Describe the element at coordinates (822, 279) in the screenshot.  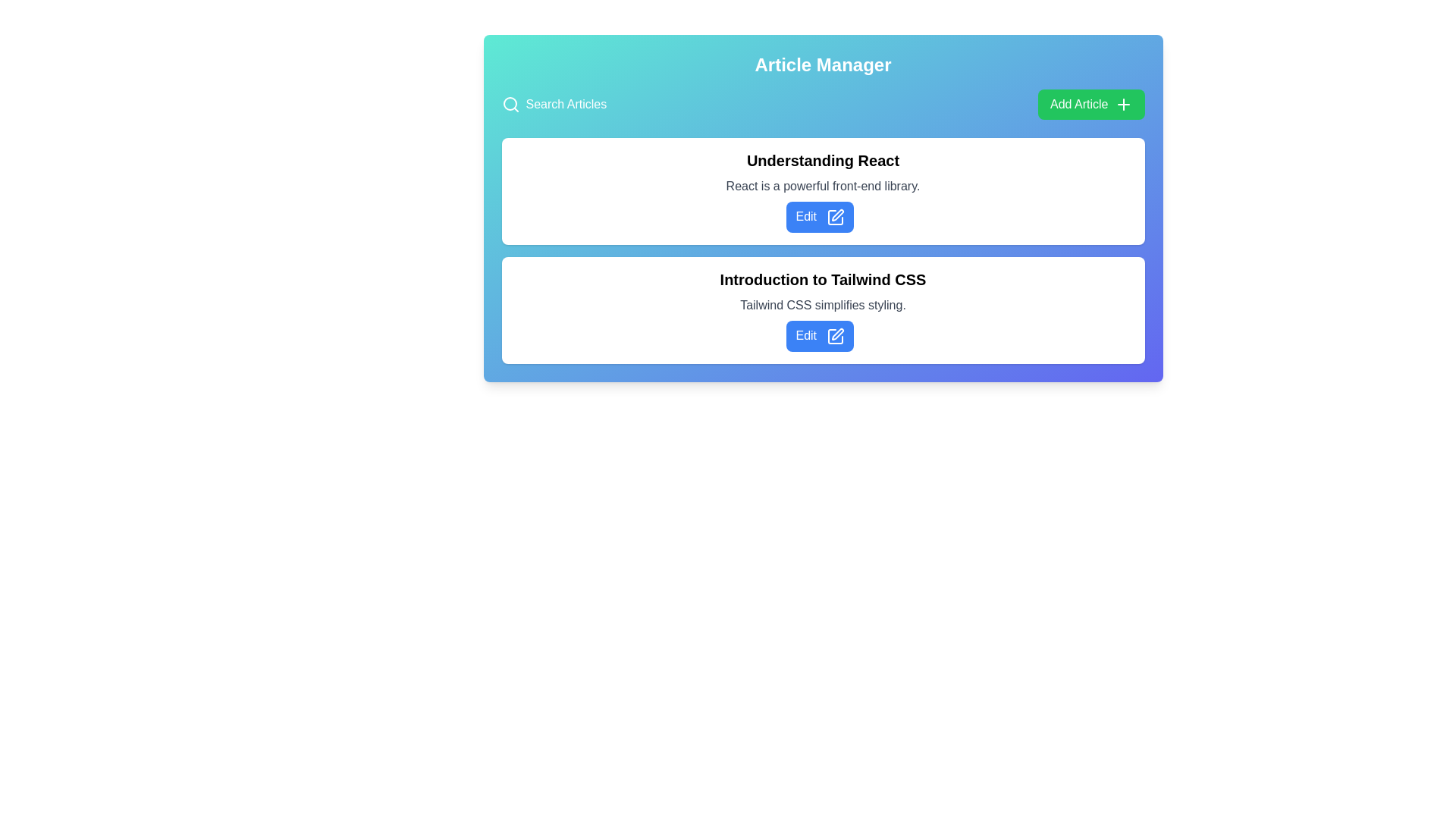
I see `the bold, large-text label displaying 'Introduction to Tailwind CSS', which is positioned at the top of its containing card` at that location.